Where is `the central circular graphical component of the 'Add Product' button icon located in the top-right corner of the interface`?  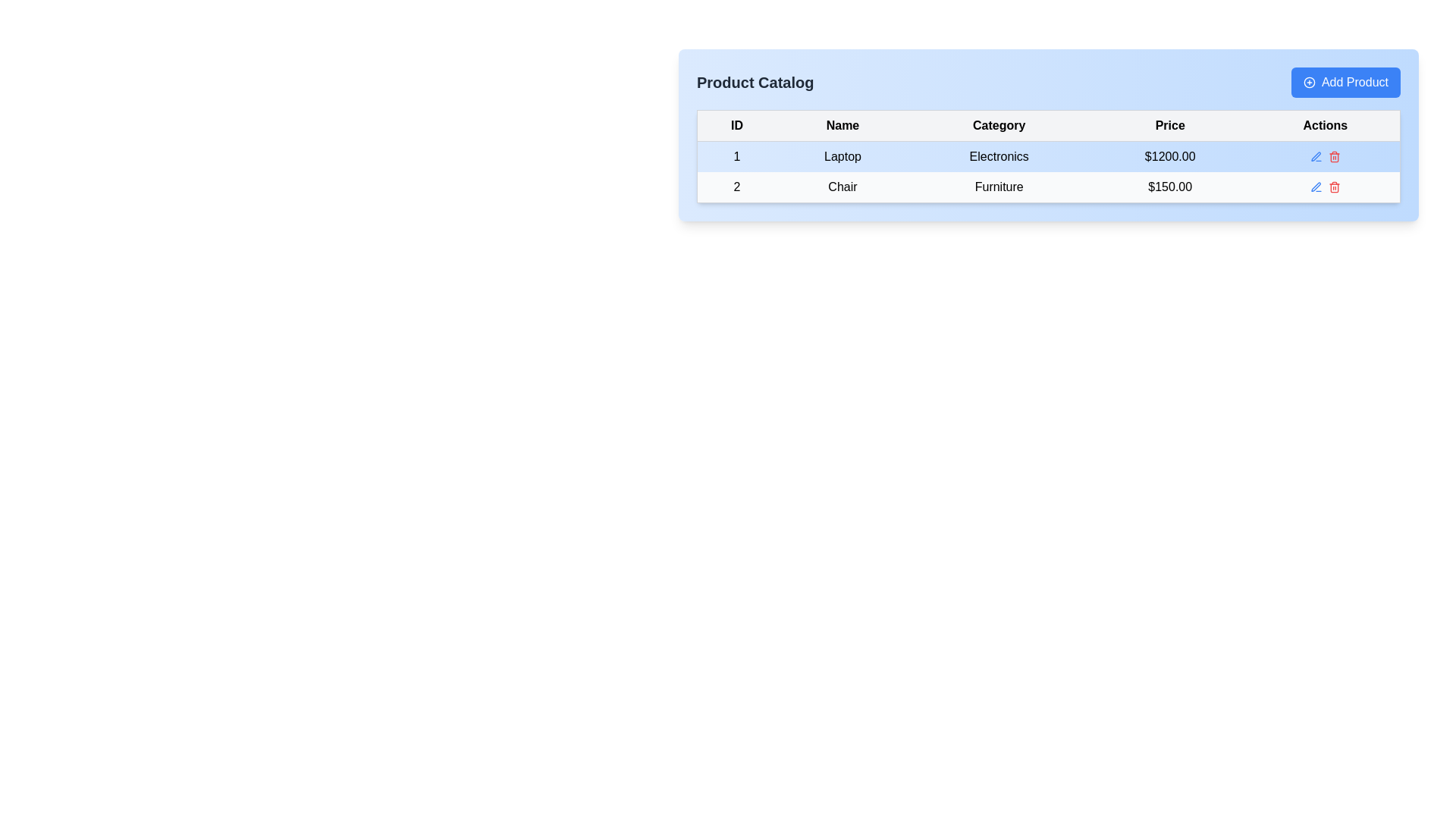 the central circular graphical component of the 'Add Product' button icon located in the top-right corner of the interface is located at coordinates (1308, 82).